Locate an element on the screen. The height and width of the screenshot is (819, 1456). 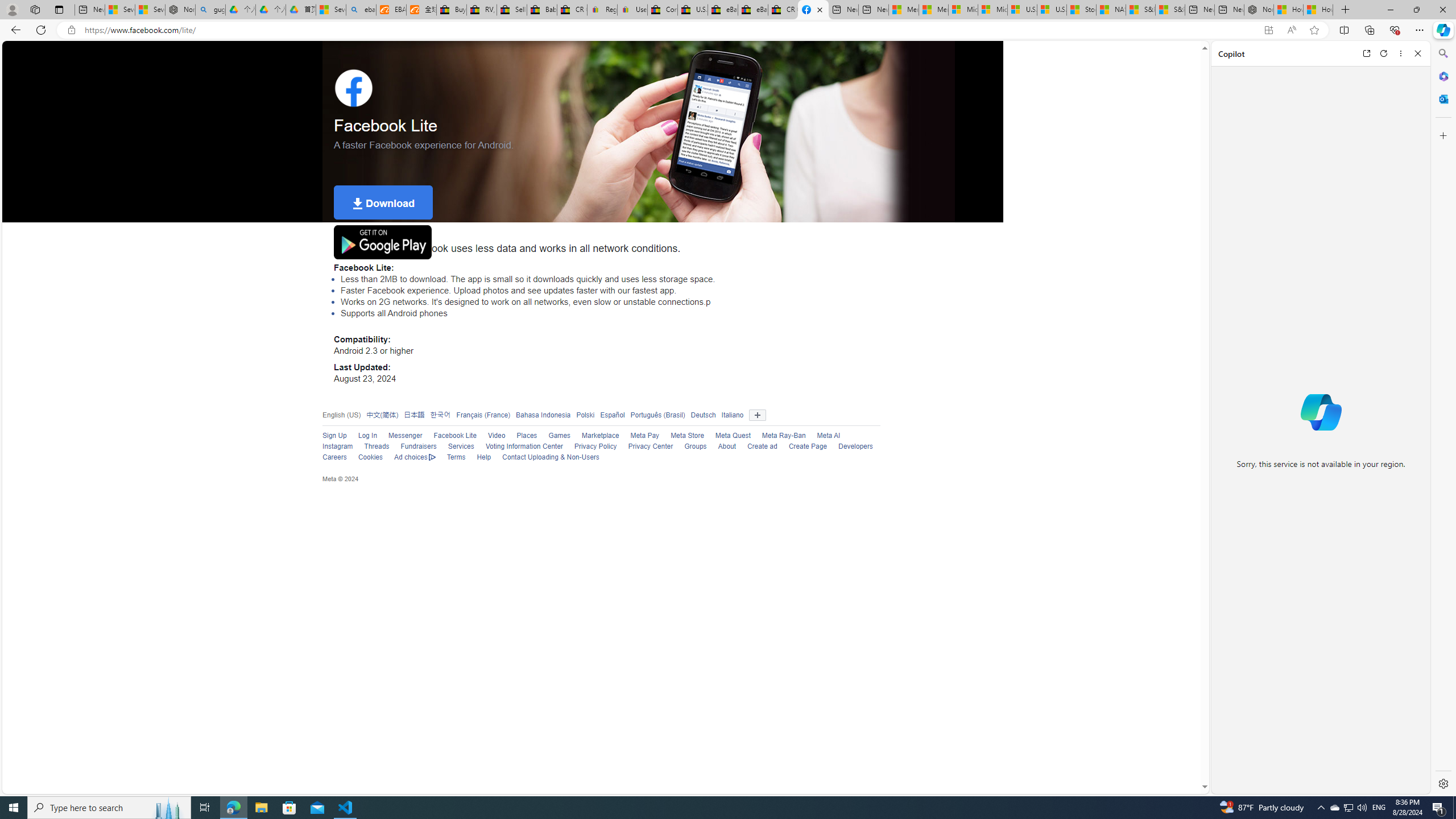
'RV, Trailer & Camper Steps & Ladders for sale | eBay' is located at coordinates (482, 9).